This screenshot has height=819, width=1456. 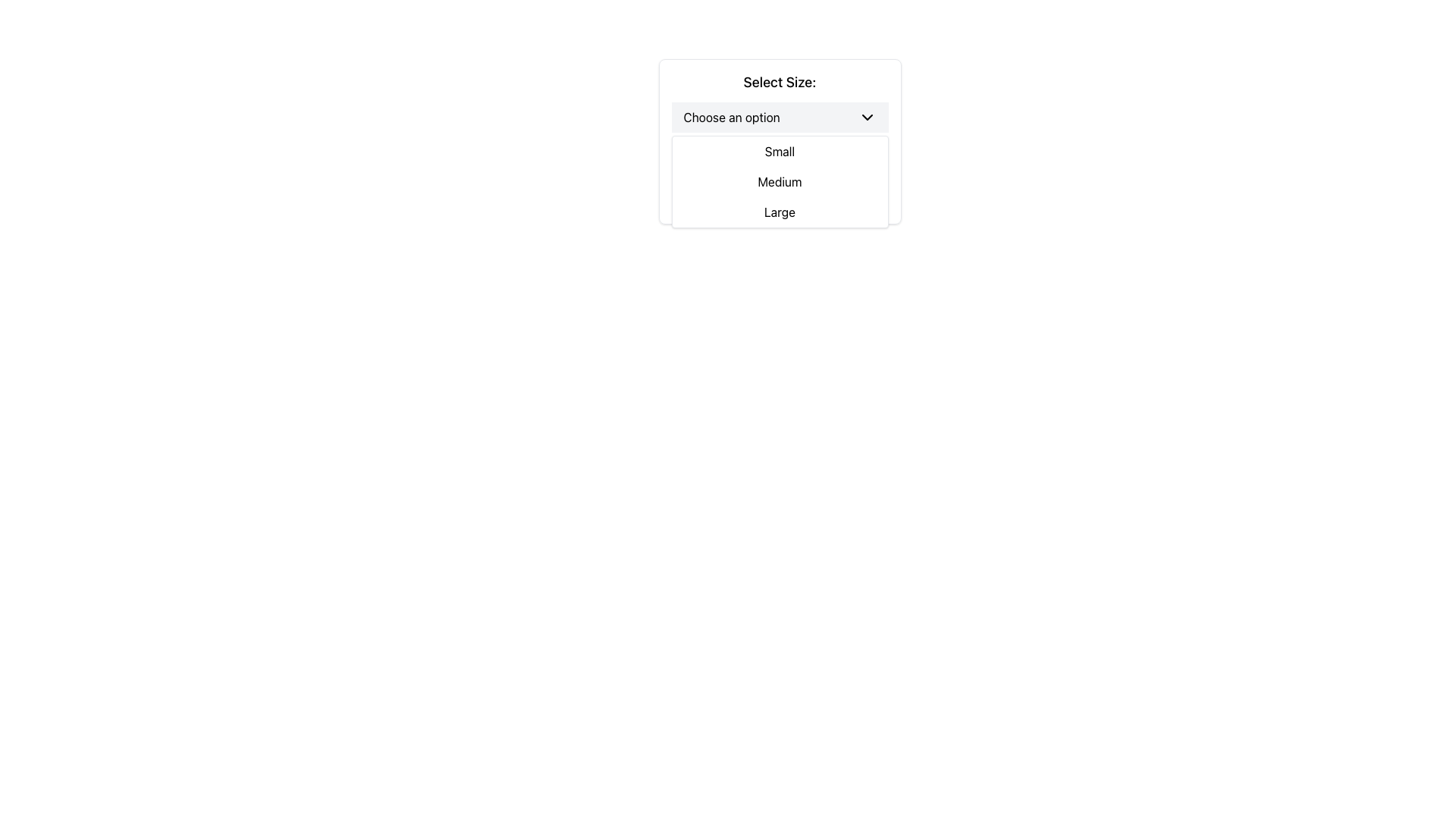 What do you see at coordinates (780, 180) in the screenshot?
I see `the 'Medium' menu option in the dropdown list` at bounding box center [780, 180].